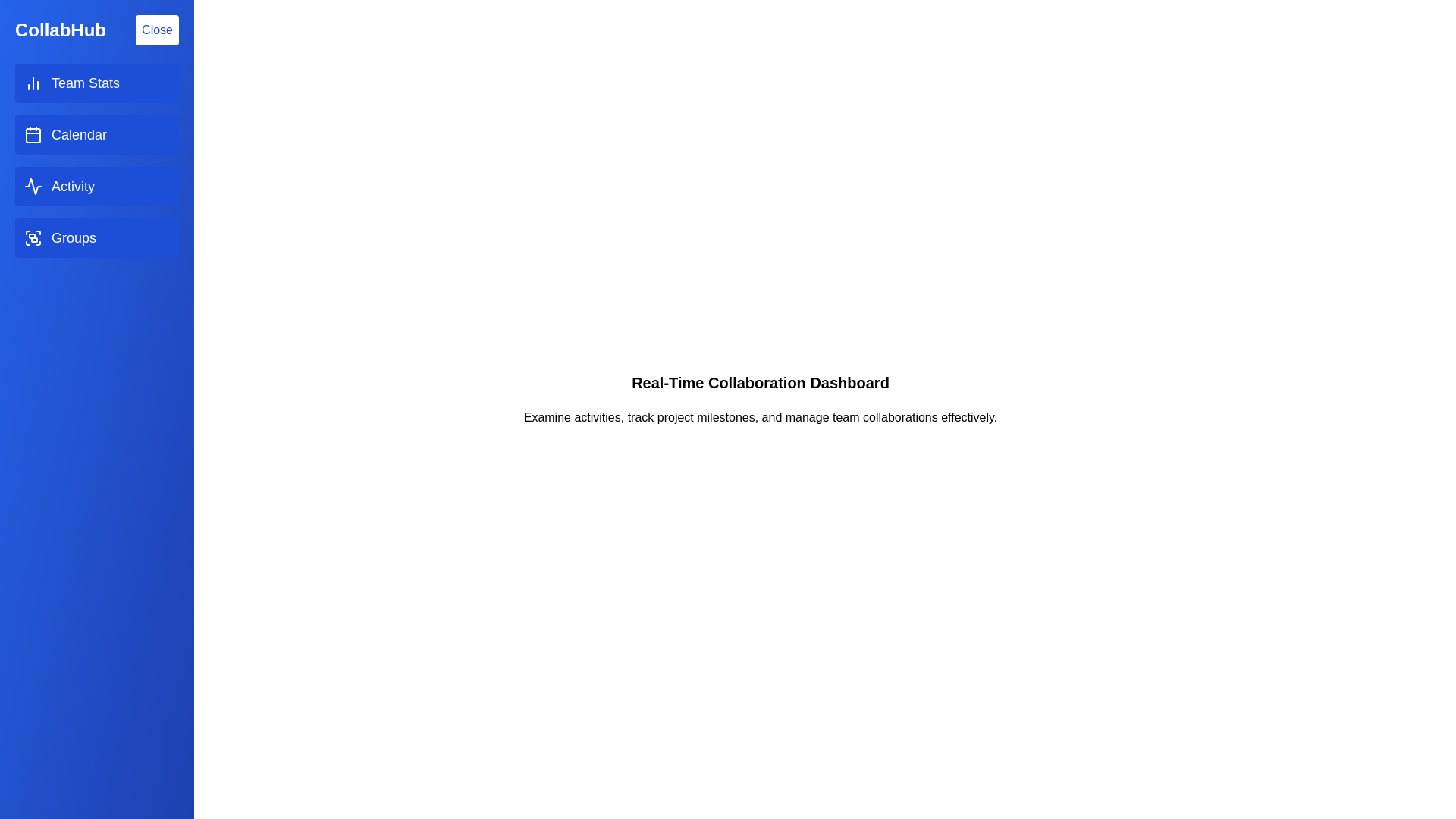  What do you see at coordinates (96, 186) in the screenshot?
I see `the menu item Activity to observe visual feedback` at bounding box center [96, 186].